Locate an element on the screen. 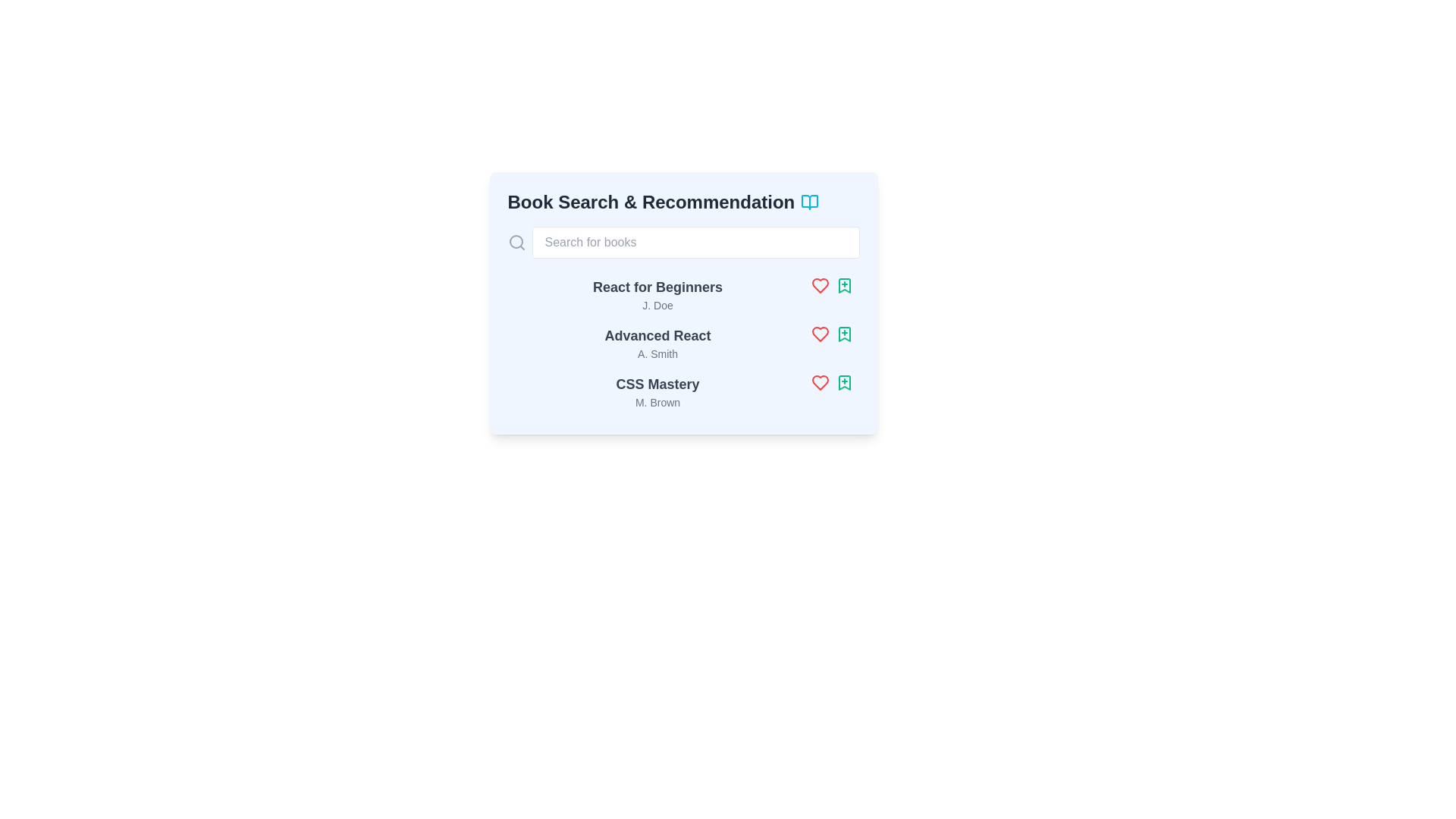  the small open book icon with cyan outlines located at the end of the 'Book Search & Recommendation' text in the interface header is located at coordinates (809, 201).